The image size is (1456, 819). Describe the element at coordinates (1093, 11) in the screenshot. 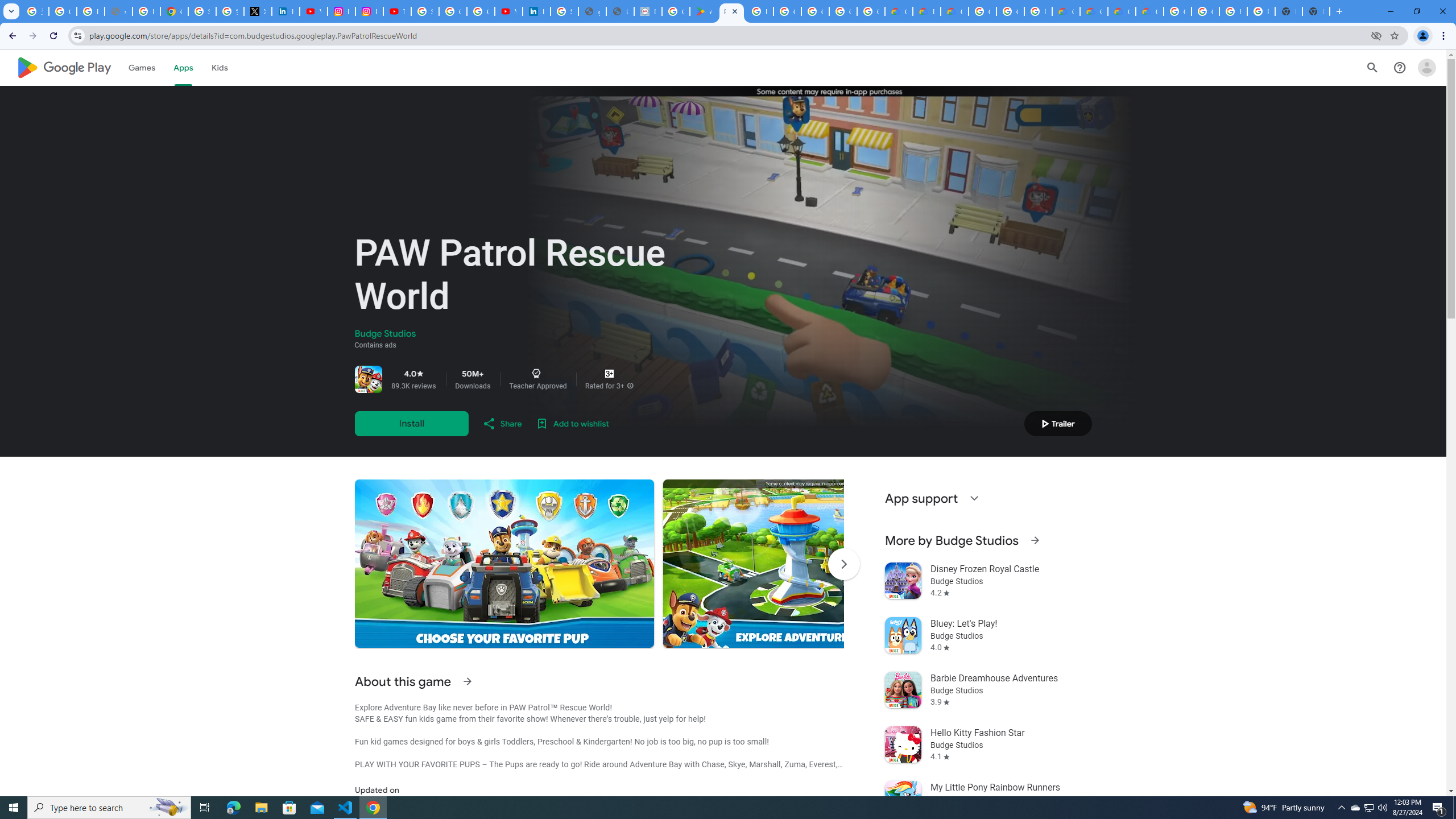

I see `'Google Cloud Pricing Calculator'` at that location.